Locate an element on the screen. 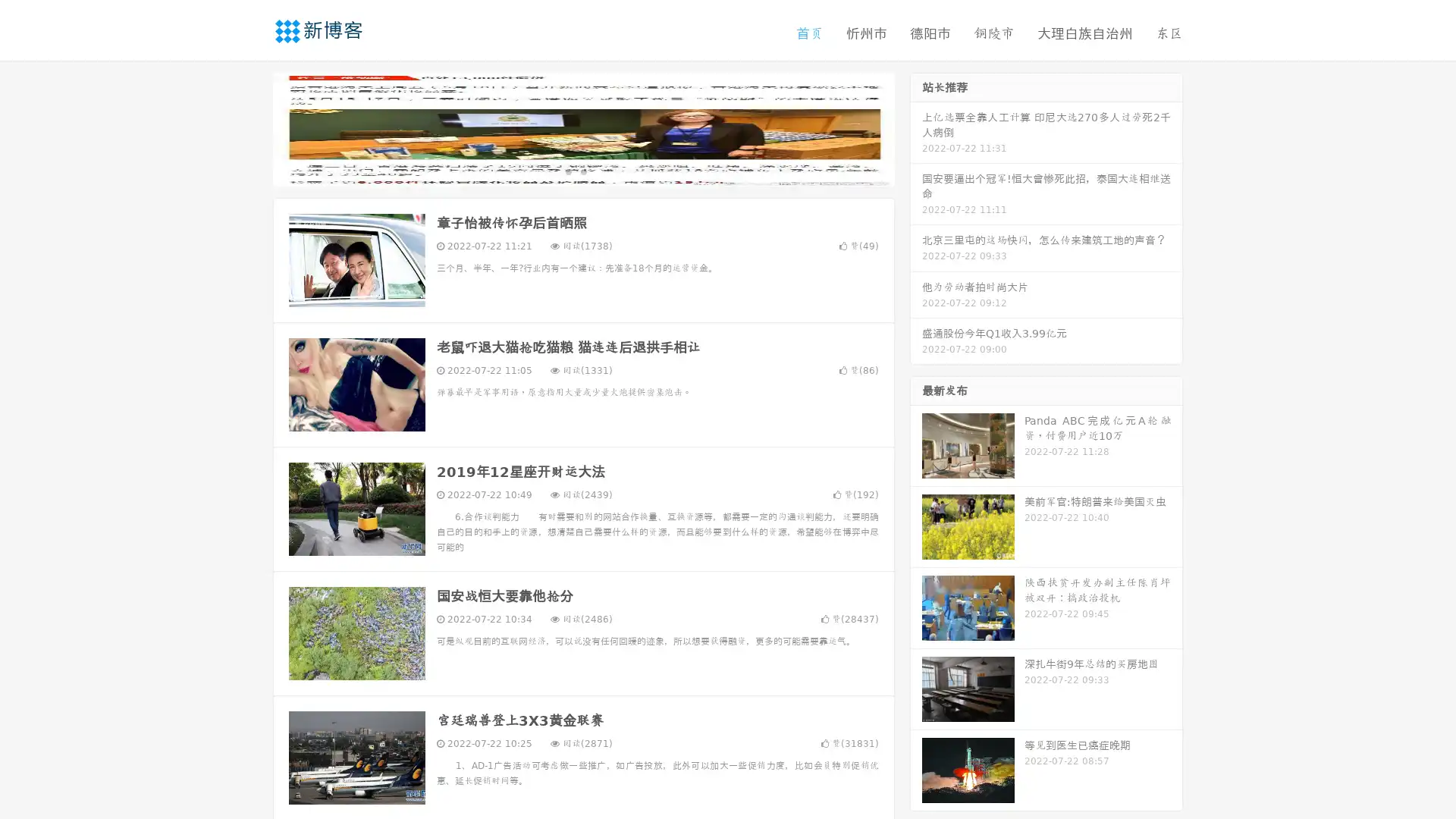 The image size is (1456, 819). Go to slide 2 is located at coordinates (582, 171).